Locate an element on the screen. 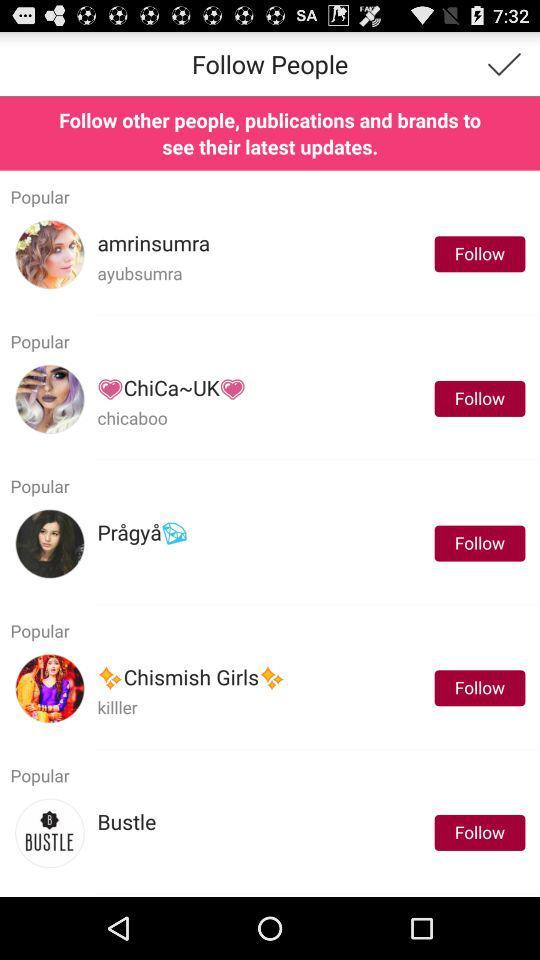  the bustle is located at coordinates (126, 822).